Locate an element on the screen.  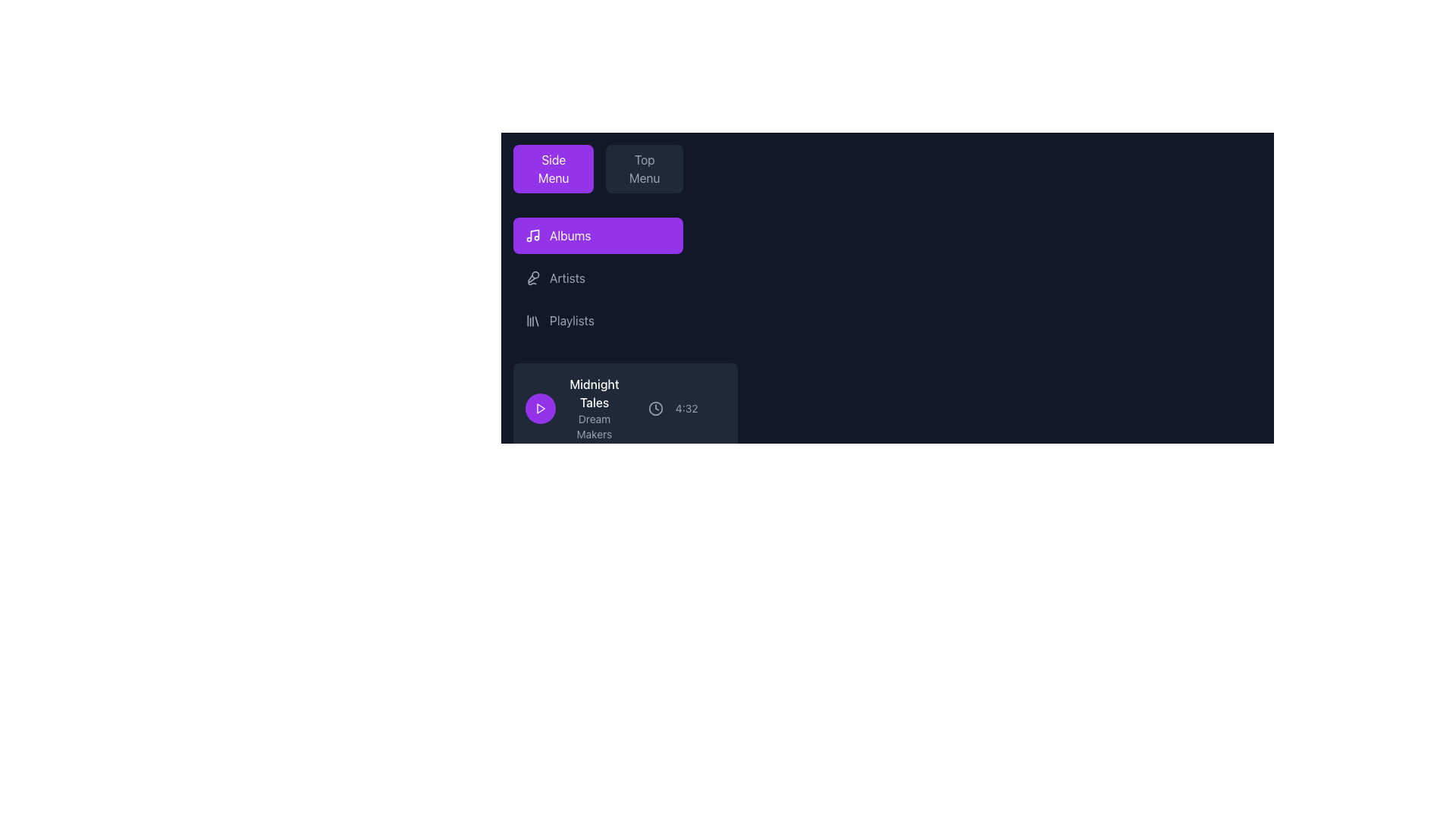
the duration displayed in the text-based display located to the right of the clock icon within the media details box is located at coordinates (686, 408).